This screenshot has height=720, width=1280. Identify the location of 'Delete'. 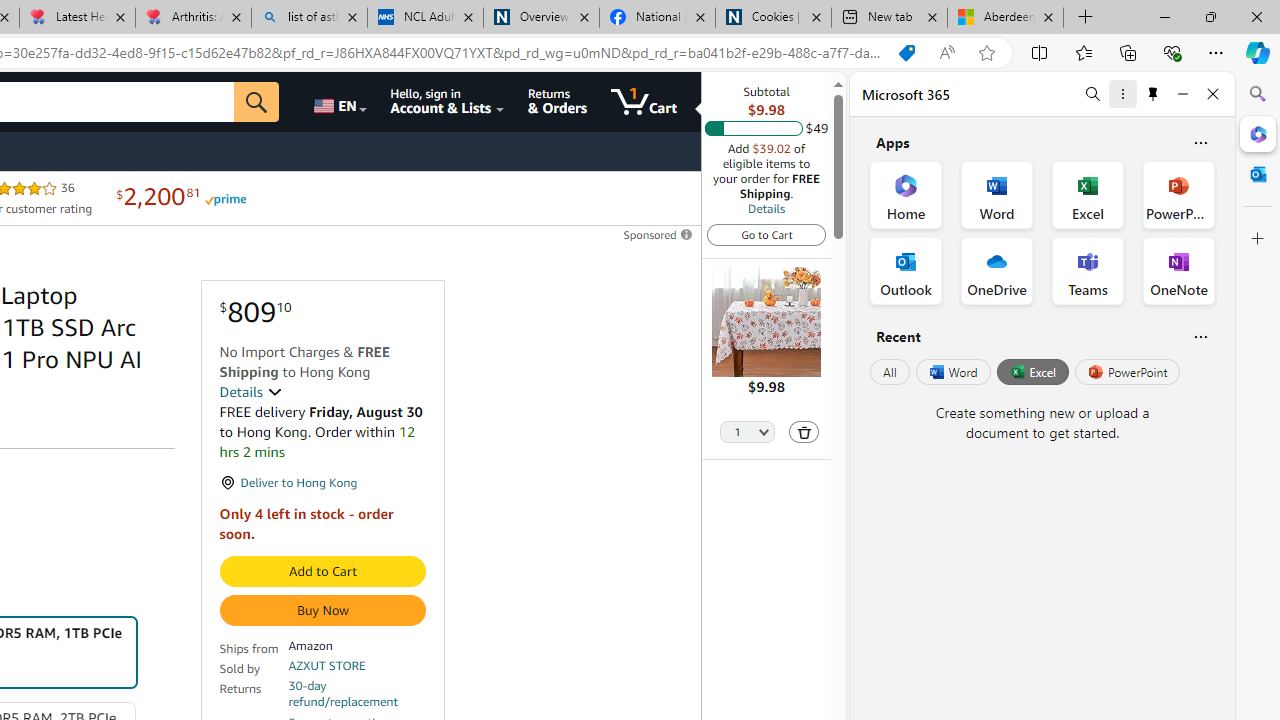
(803, 430).